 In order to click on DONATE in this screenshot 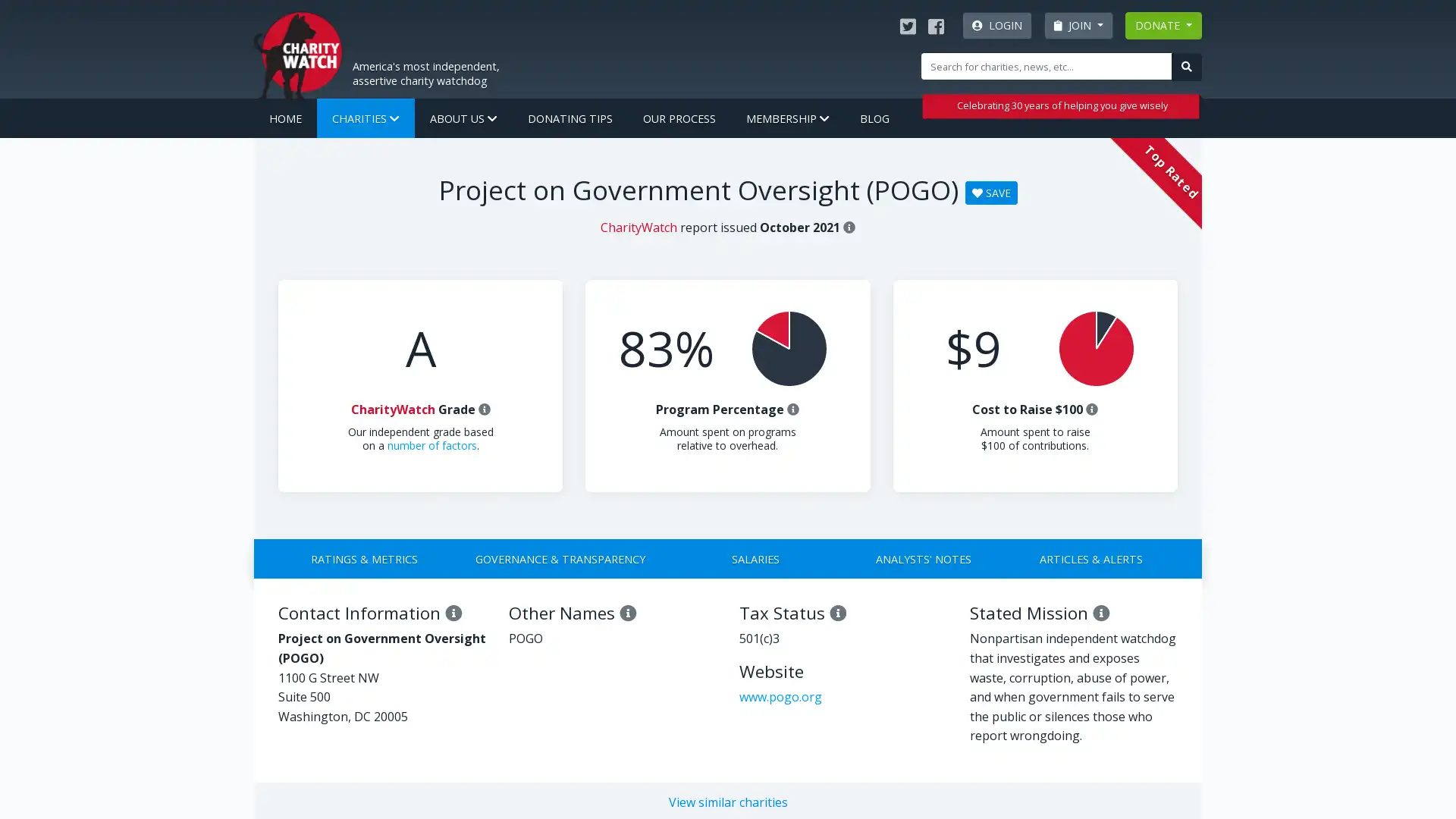, I will do `click(1163, 26)`.